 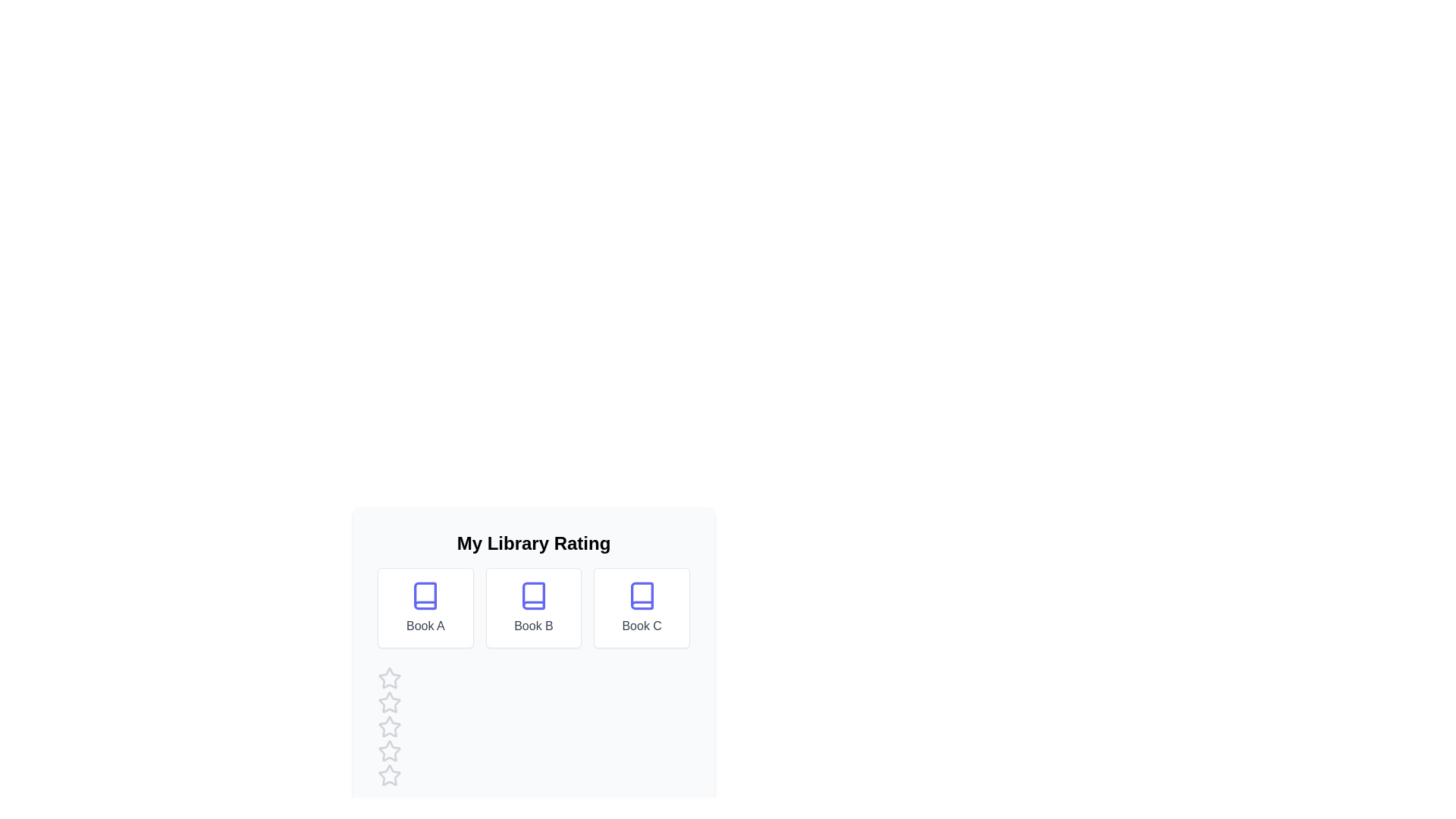 I want to click on the star corresponding to 3 to preview the rating, so click(x=389, y=726).